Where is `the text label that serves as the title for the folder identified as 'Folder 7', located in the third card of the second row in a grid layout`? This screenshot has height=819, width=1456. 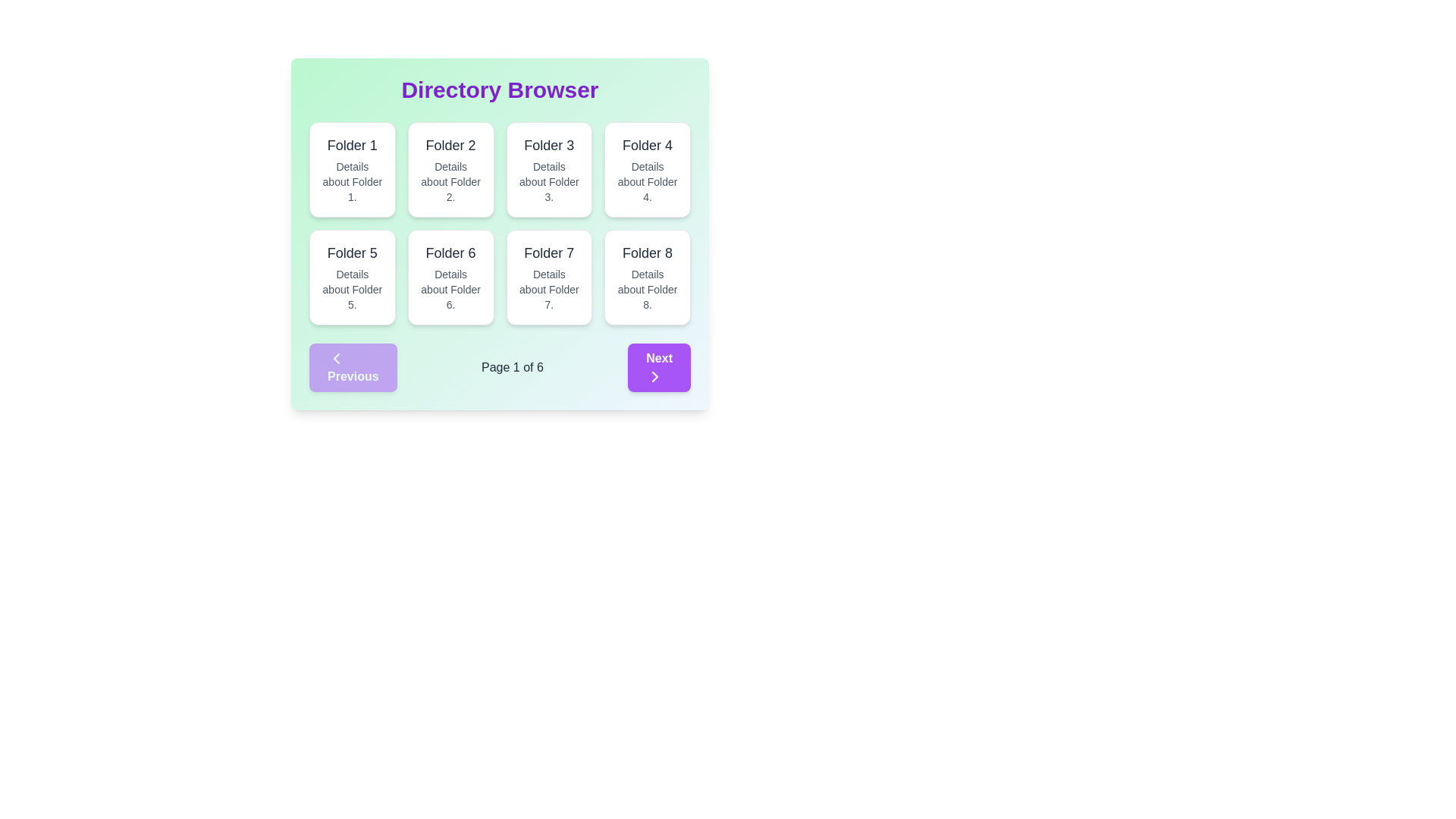 the text label that serves as the title for the folder identified as 'Folder 7', located in the third card of the second row in a grid layout is located at coordinates (548, 253).